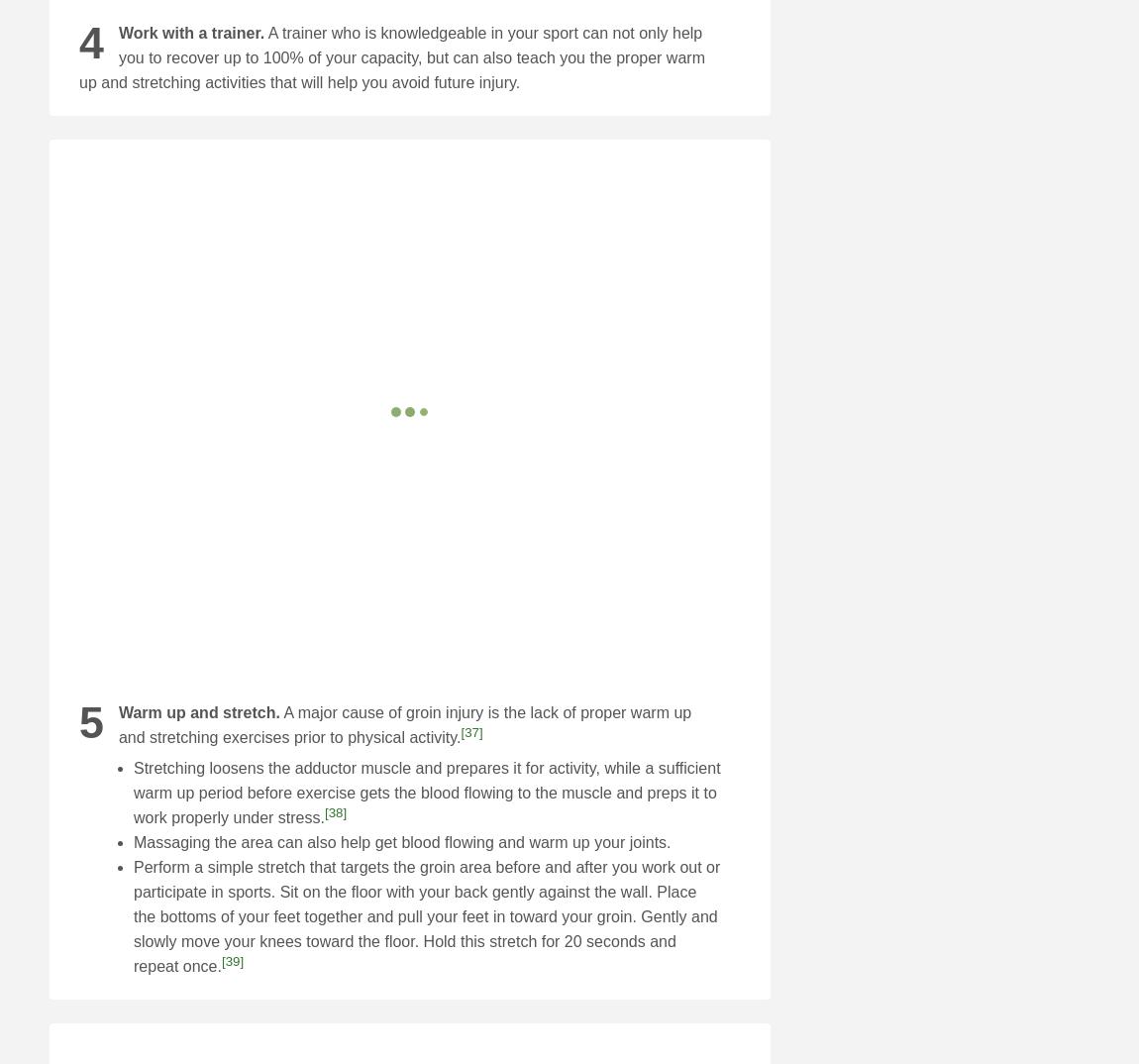  Describe the element at coordinates (335, 811) in the screenshot. I see `'[38]'` at that location.